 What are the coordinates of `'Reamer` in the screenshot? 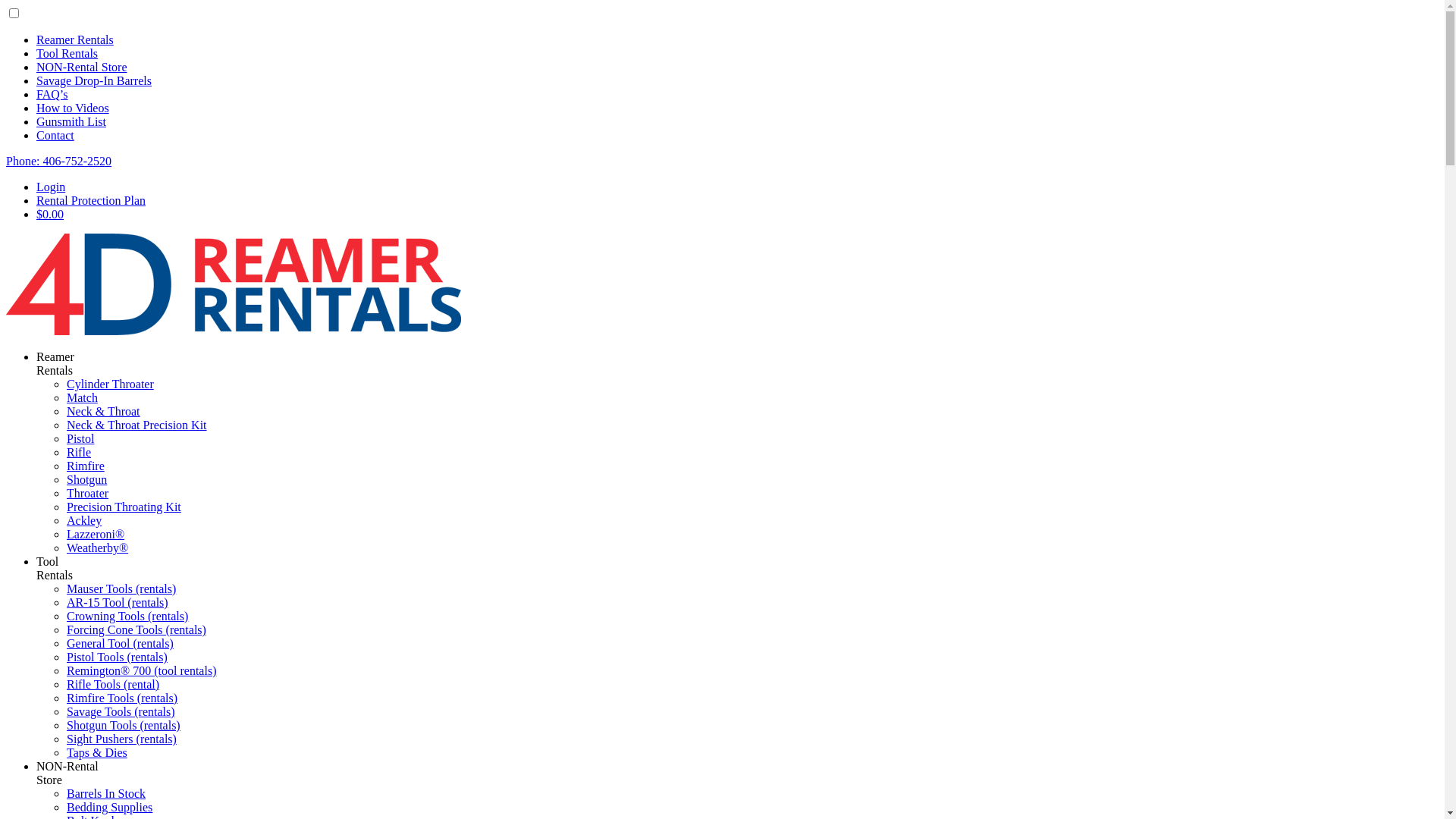 It's located at (36, 363).